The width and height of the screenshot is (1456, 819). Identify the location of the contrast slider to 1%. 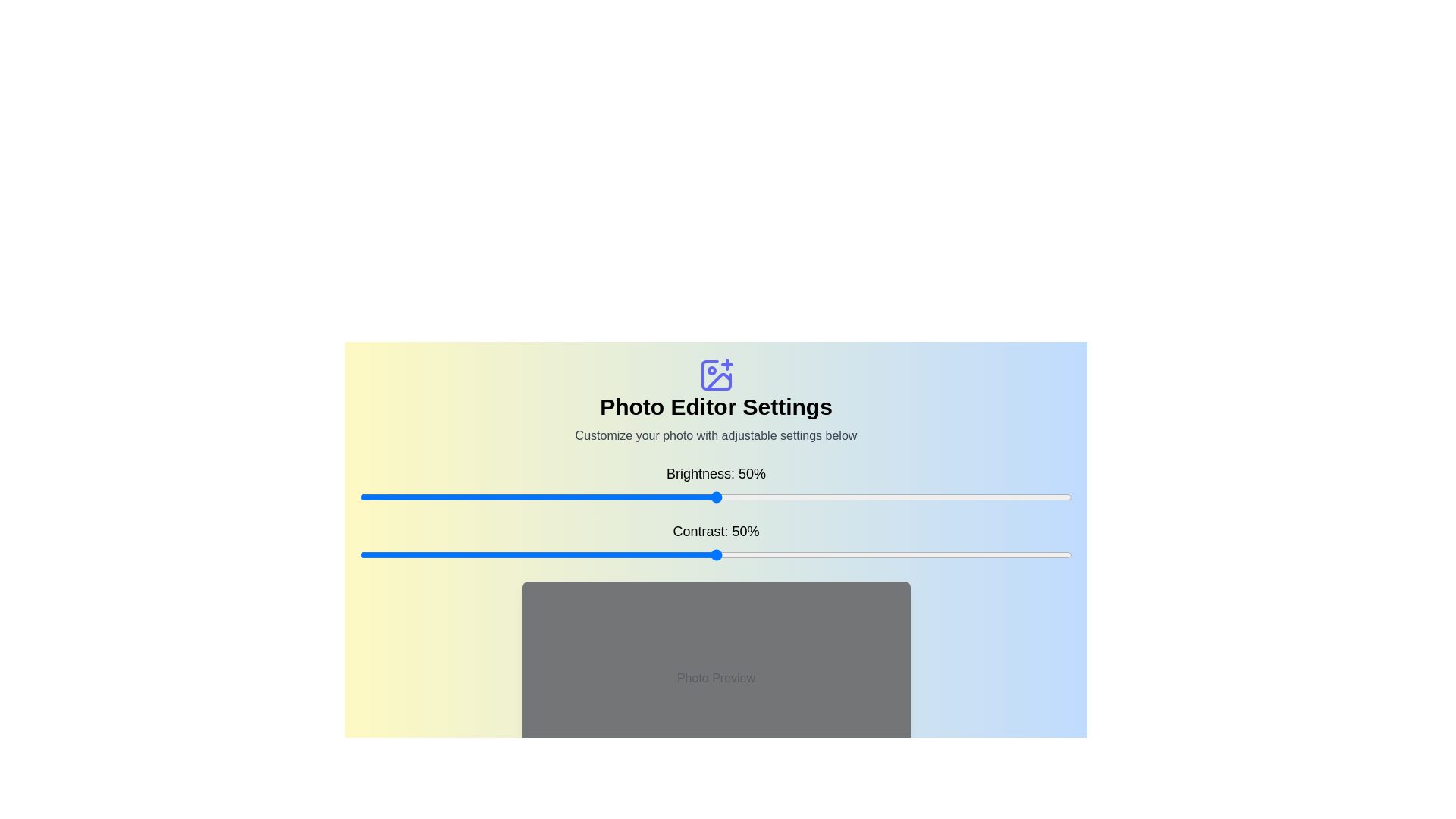
(367, 555).